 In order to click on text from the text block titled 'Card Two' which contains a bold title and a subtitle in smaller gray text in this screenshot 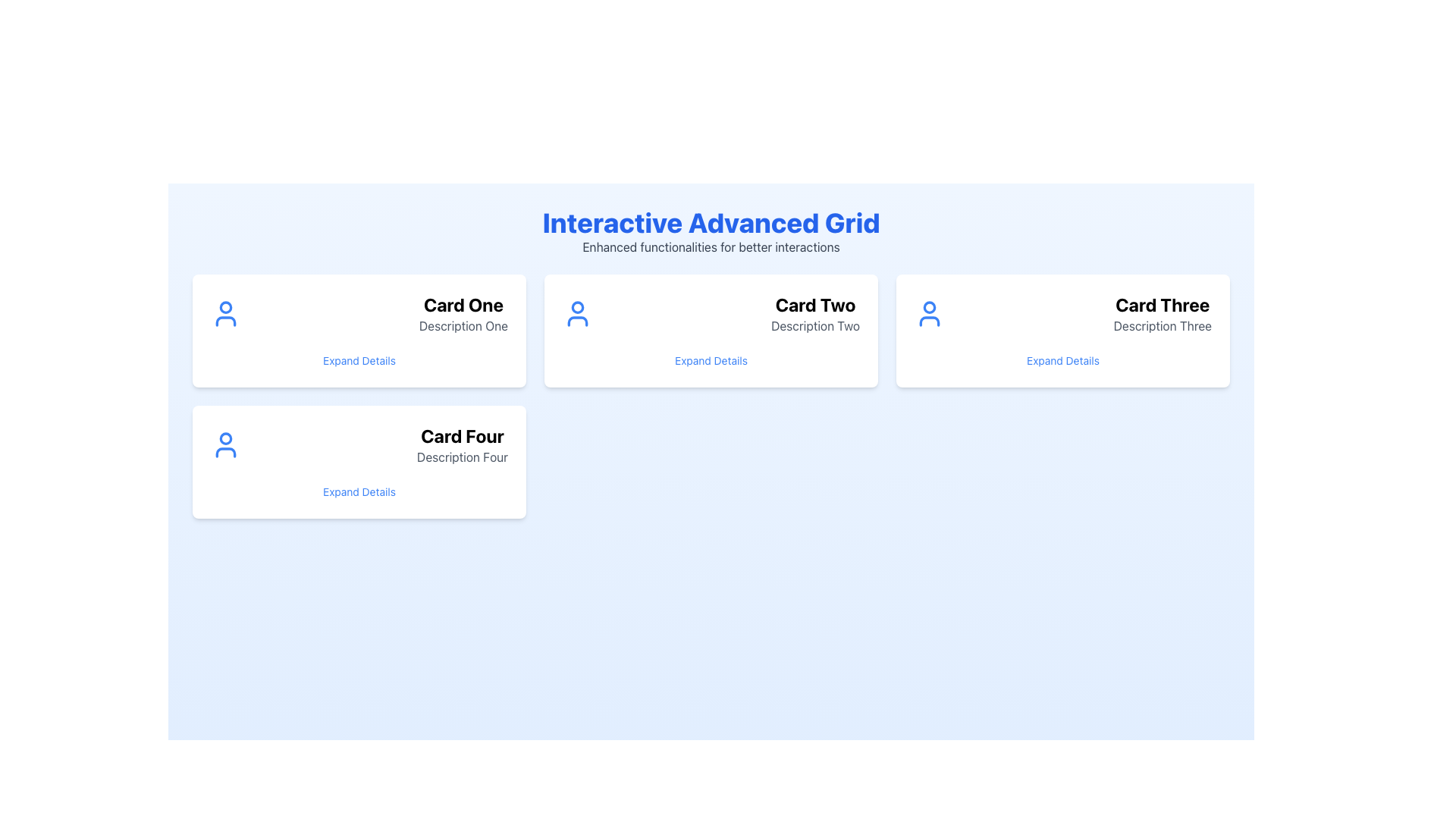, I will do `click(814, 312)`.